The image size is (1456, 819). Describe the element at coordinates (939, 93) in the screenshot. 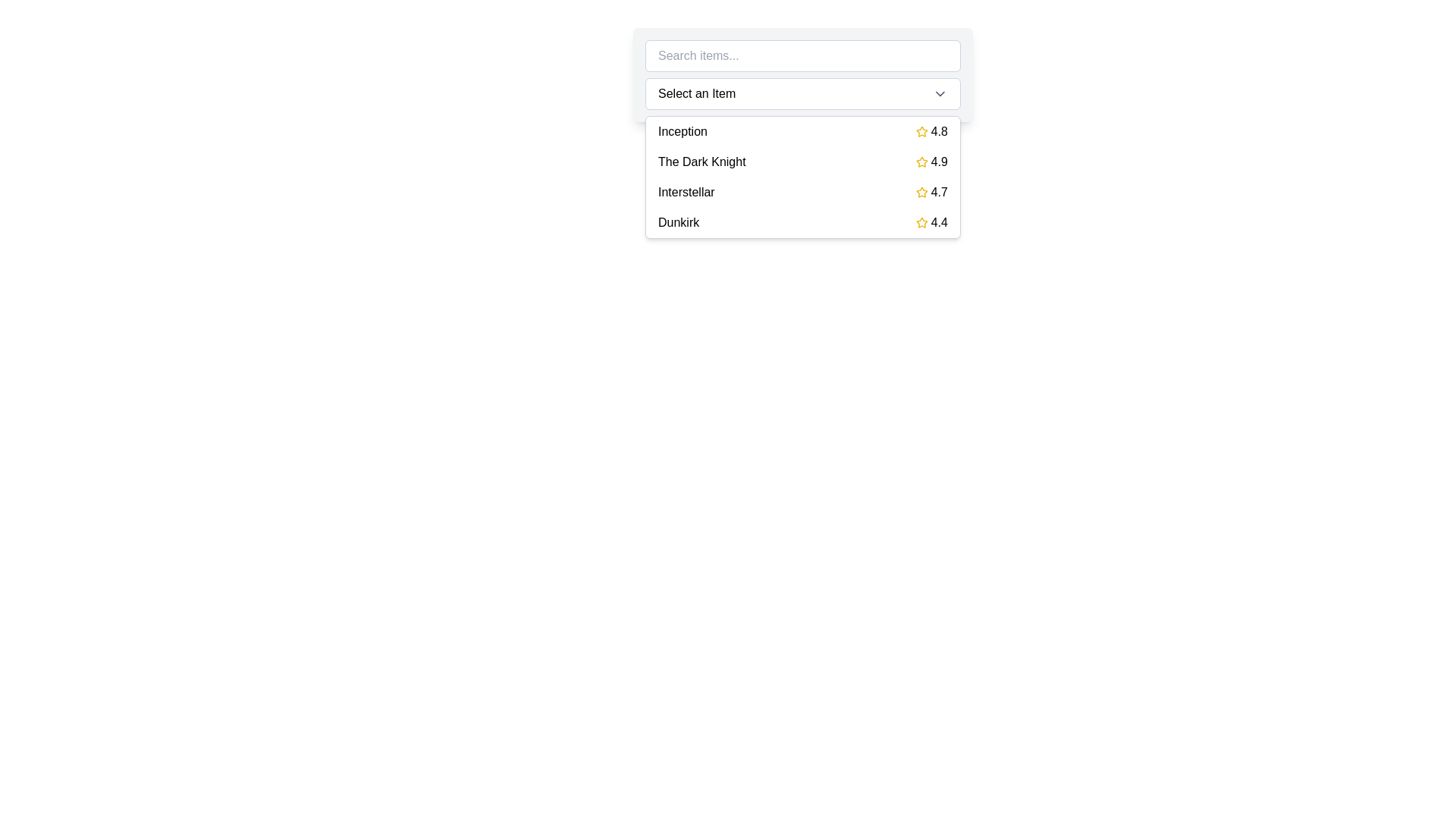

I see `the gray downward-pointing chevron icon located on the right side of the 'Select an Item' dropdown menu` at that location.